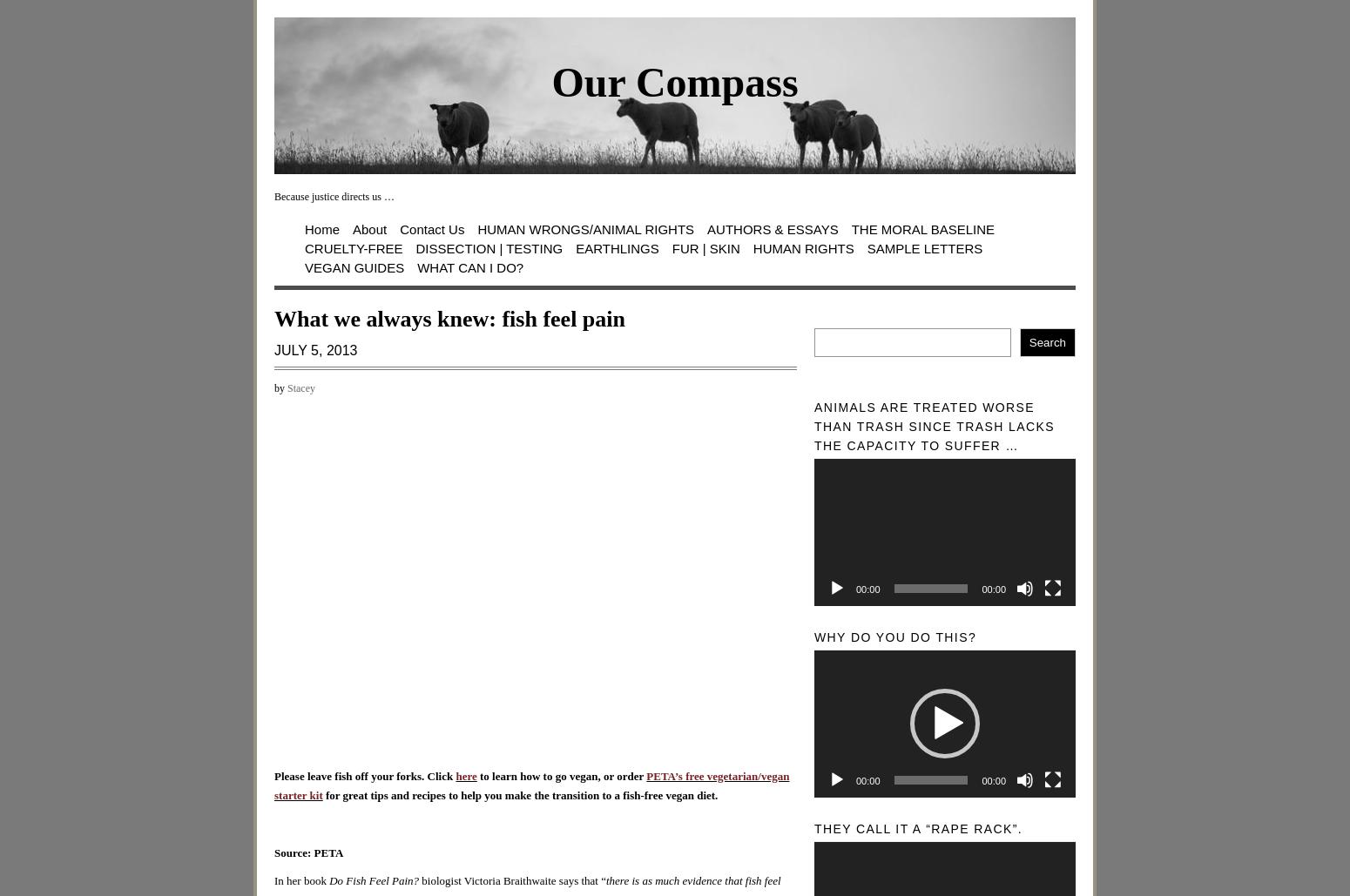  I want to click on 'Do Fish Feel Pain?', so click(374, 879).